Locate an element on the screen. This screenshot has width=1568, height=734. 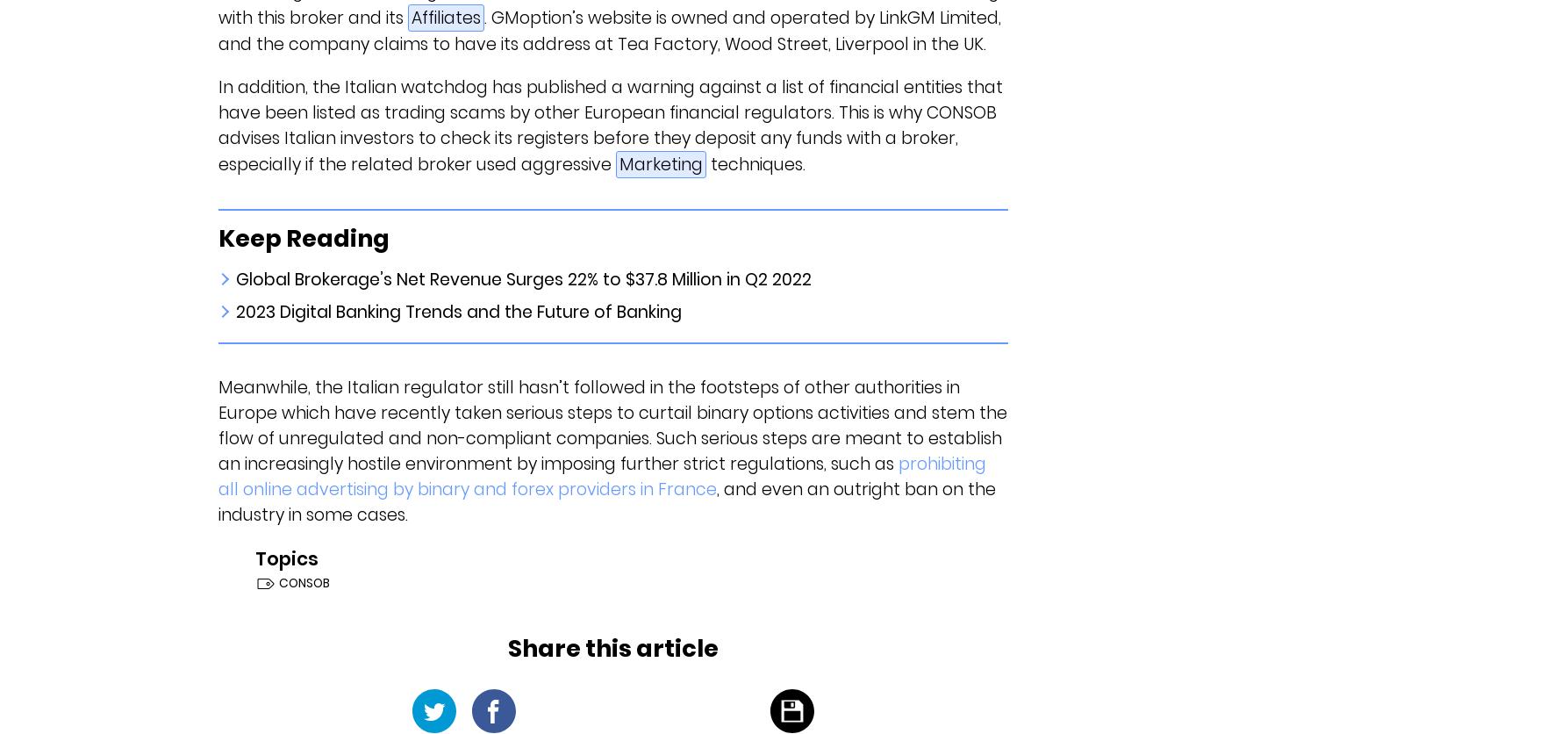
'techniques.' is located at coordinates (755, 163).